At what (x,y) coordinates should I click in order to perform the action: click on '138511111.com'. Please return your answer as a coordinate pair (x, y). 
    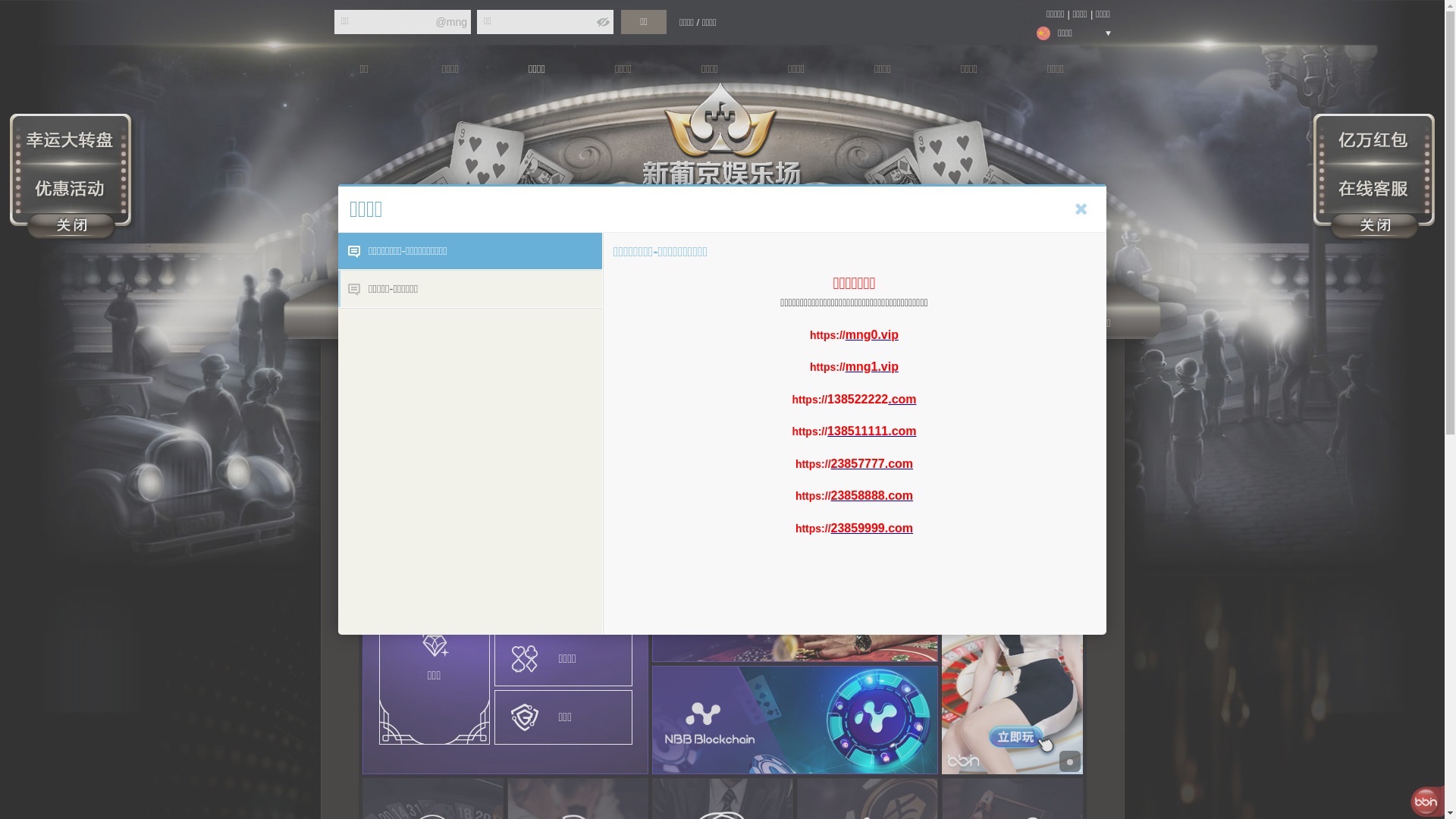
    Looking at the image, I should click on (871, 431).